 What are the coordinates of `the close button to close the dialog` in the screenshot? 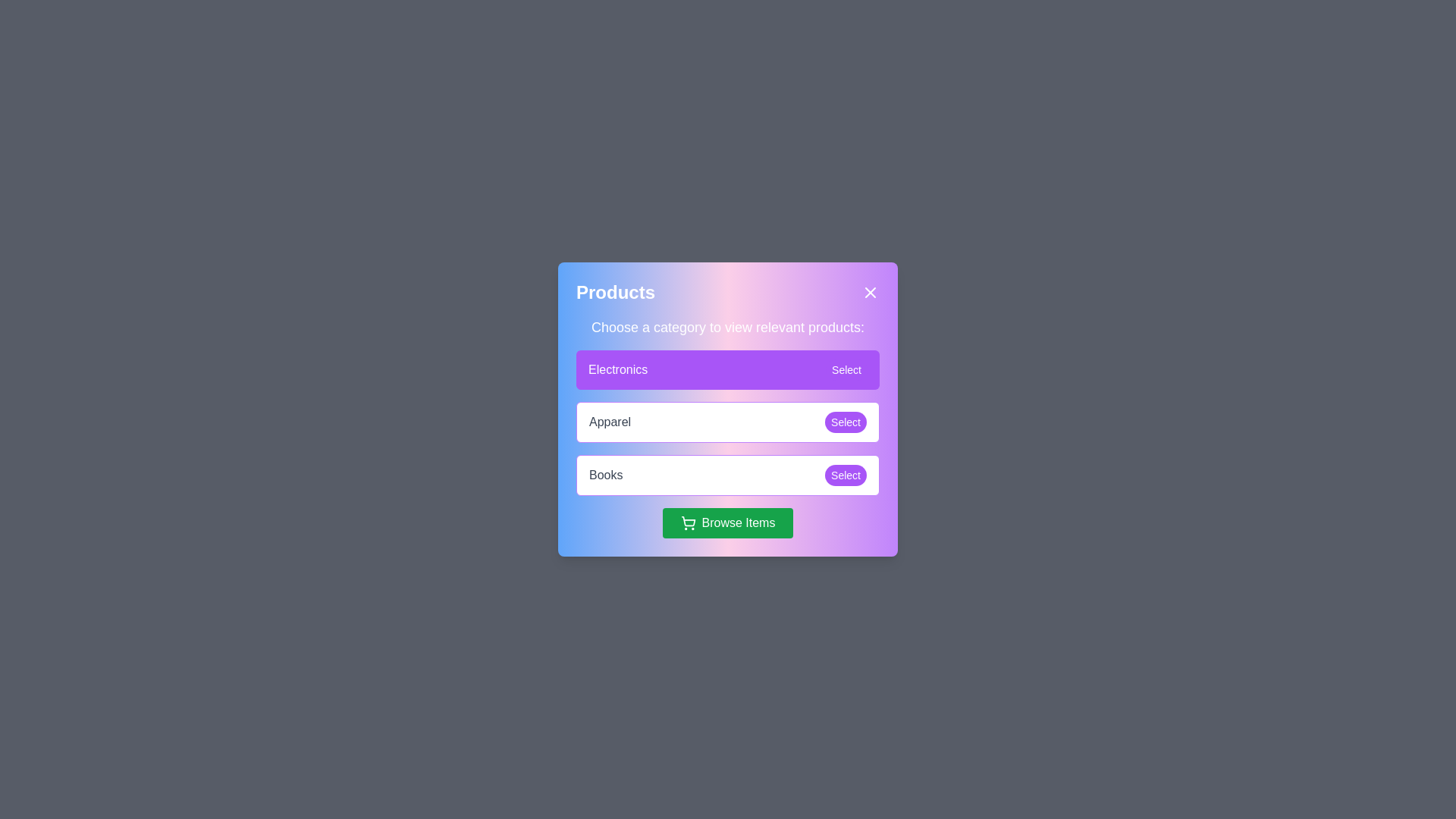 It's located at (870, 292).